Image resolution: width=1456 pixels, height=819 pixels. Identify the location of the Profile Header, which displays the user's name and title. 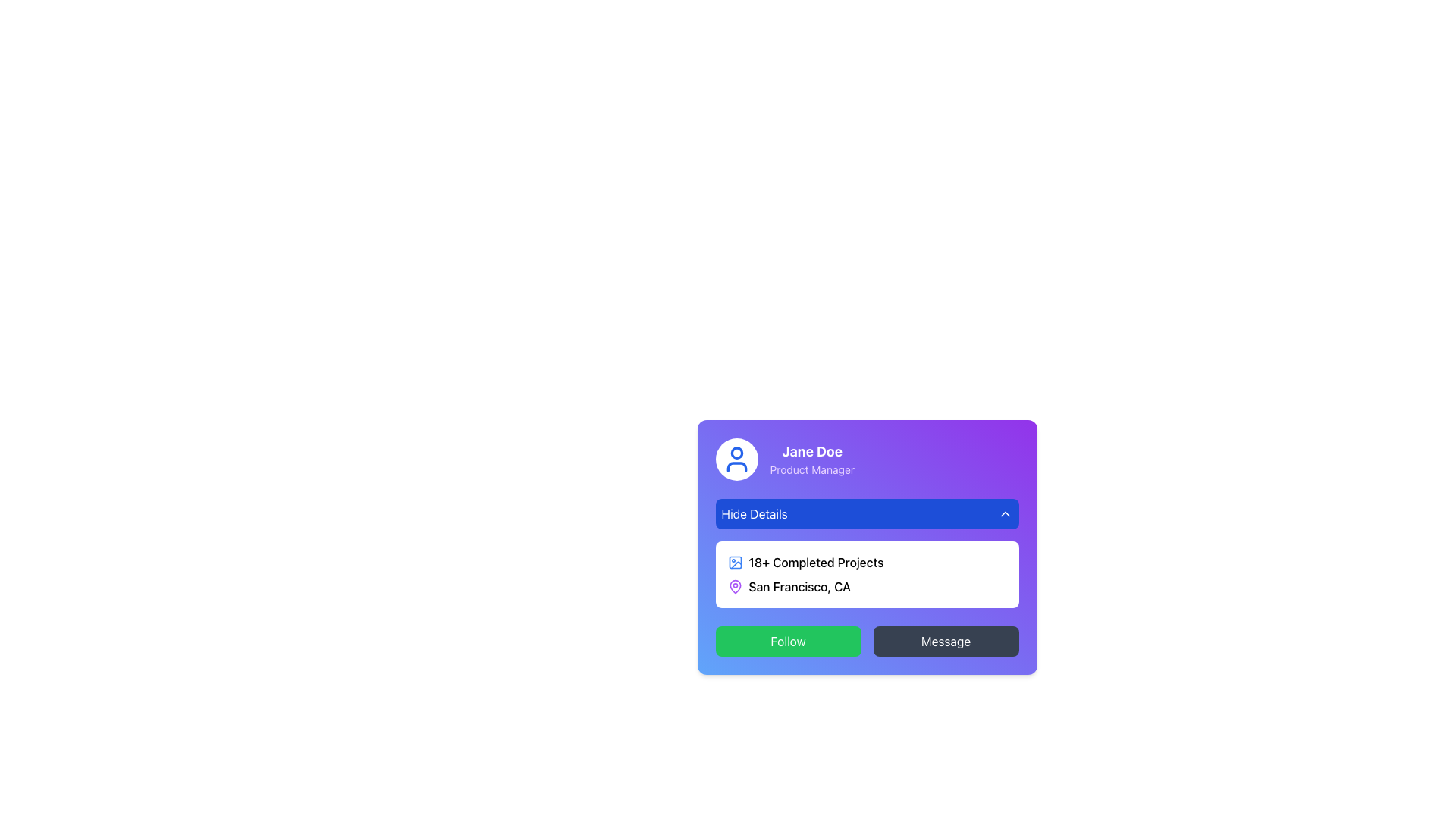
(867, 458).